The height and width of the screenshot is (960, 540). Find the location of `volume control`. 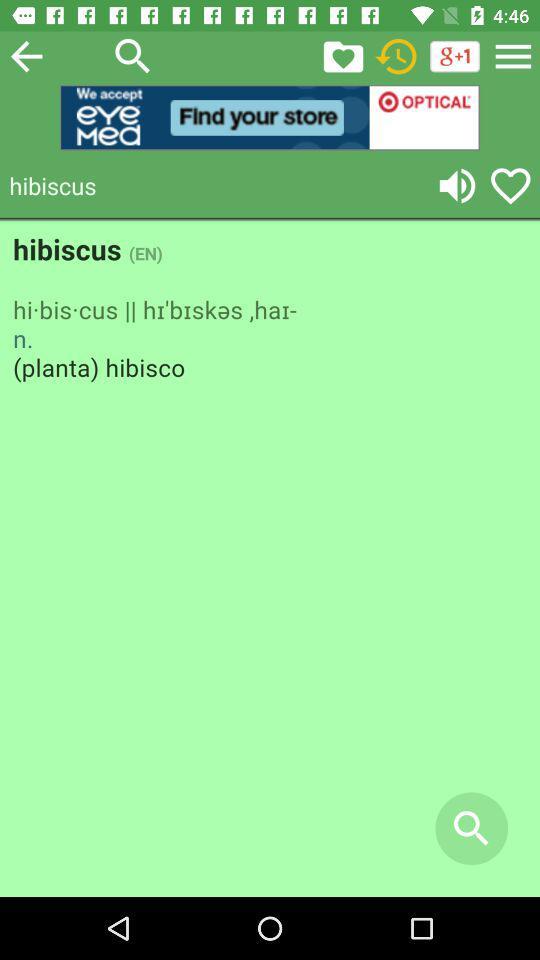

volume control is located at coordinates (457, 185).